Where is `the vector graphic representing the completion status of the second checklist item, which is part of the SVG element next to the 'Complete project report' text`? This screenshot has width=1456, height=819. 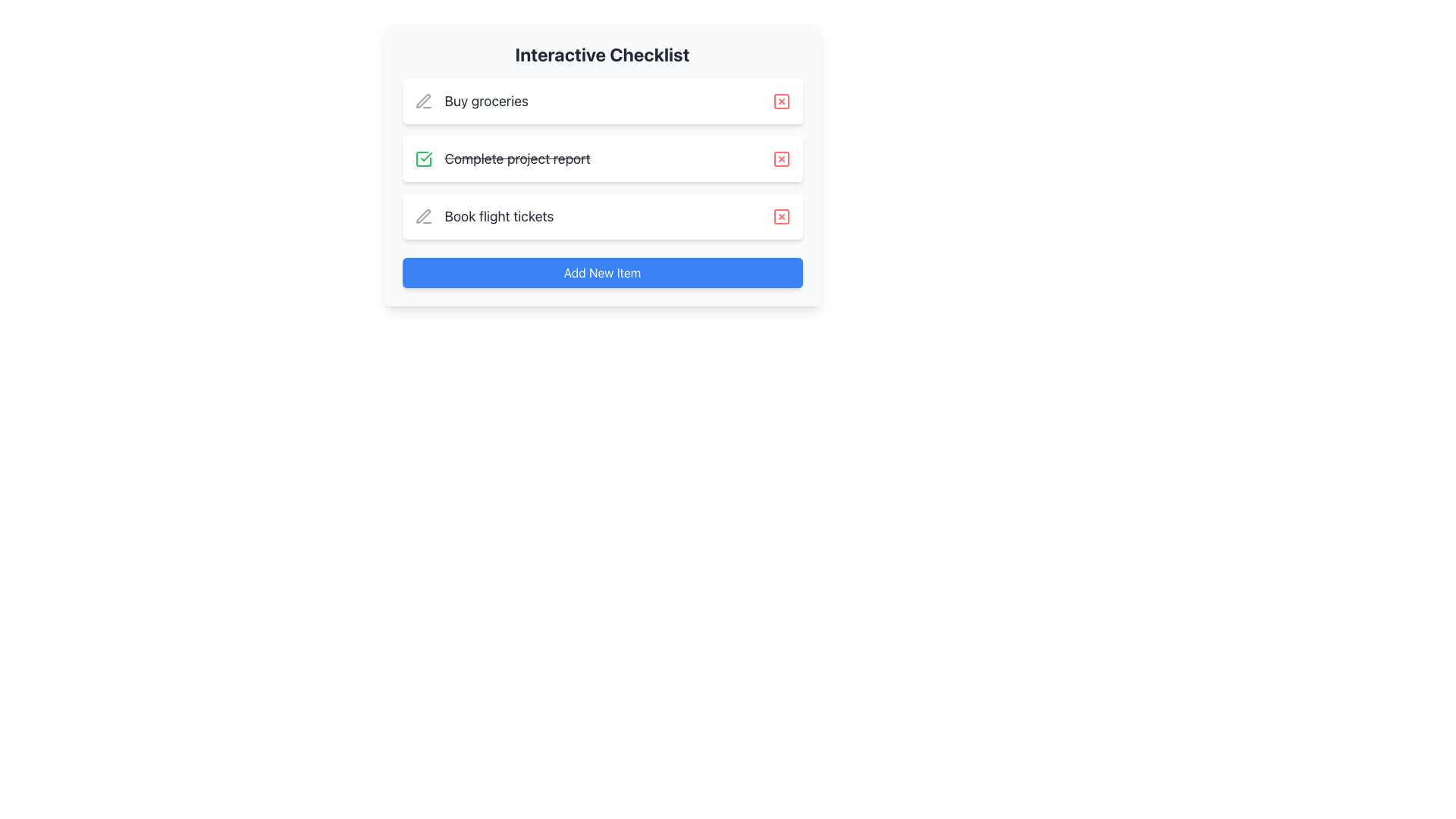
the vector graphic representing the completion status of the second checklist item, which is part of the SVG element next to the 'Complete project report' text is located at coordinates (423, 158).